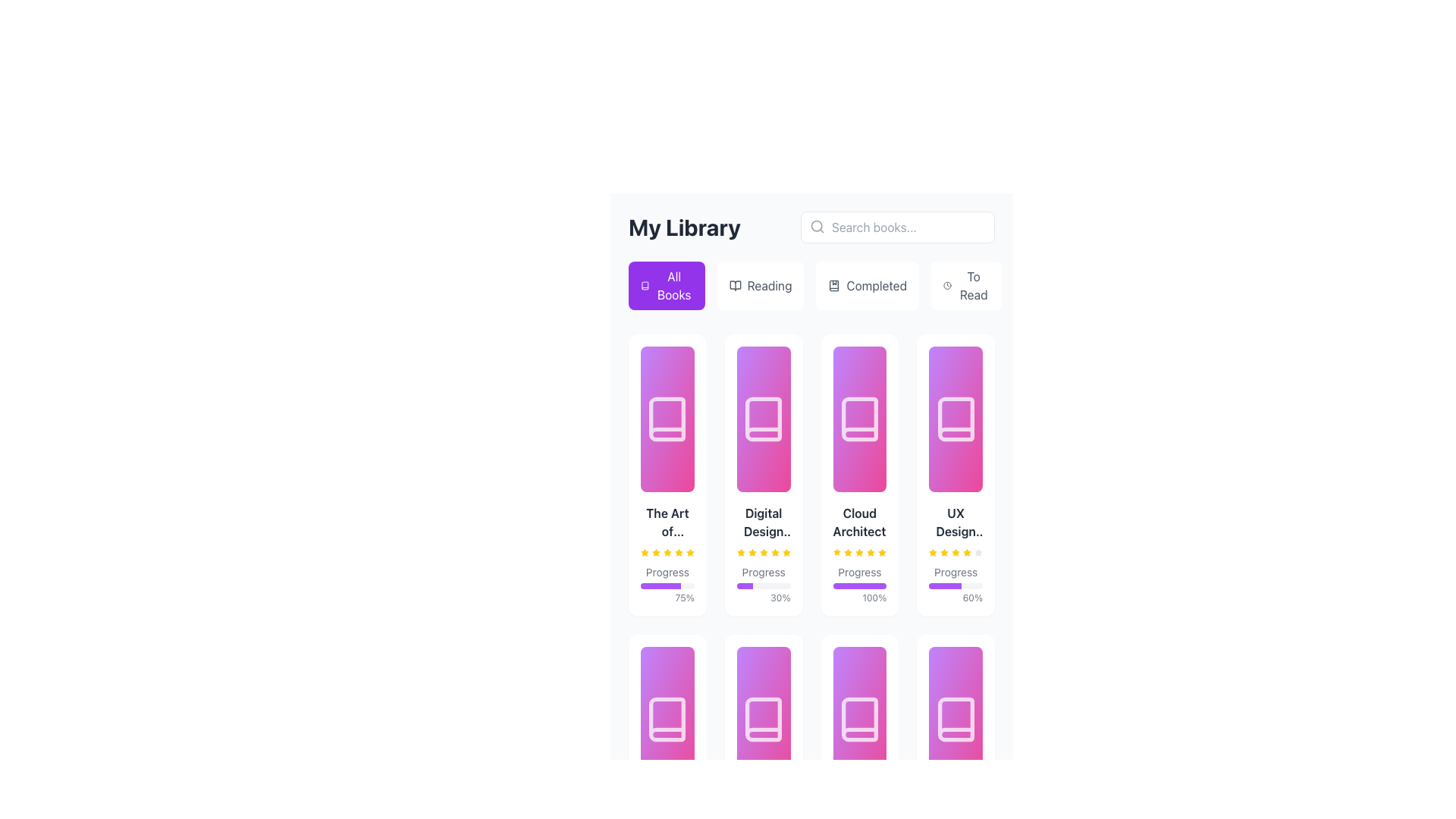 This screenshot has width=1456, height=819. Describe the element at coordinates (859, 585) in the screenshot. I see `the horizontal progress bar with a purple filling located within the 'Cloud Architect' card, situated below the 'Progress' label and above the '100%' value text` at that location.